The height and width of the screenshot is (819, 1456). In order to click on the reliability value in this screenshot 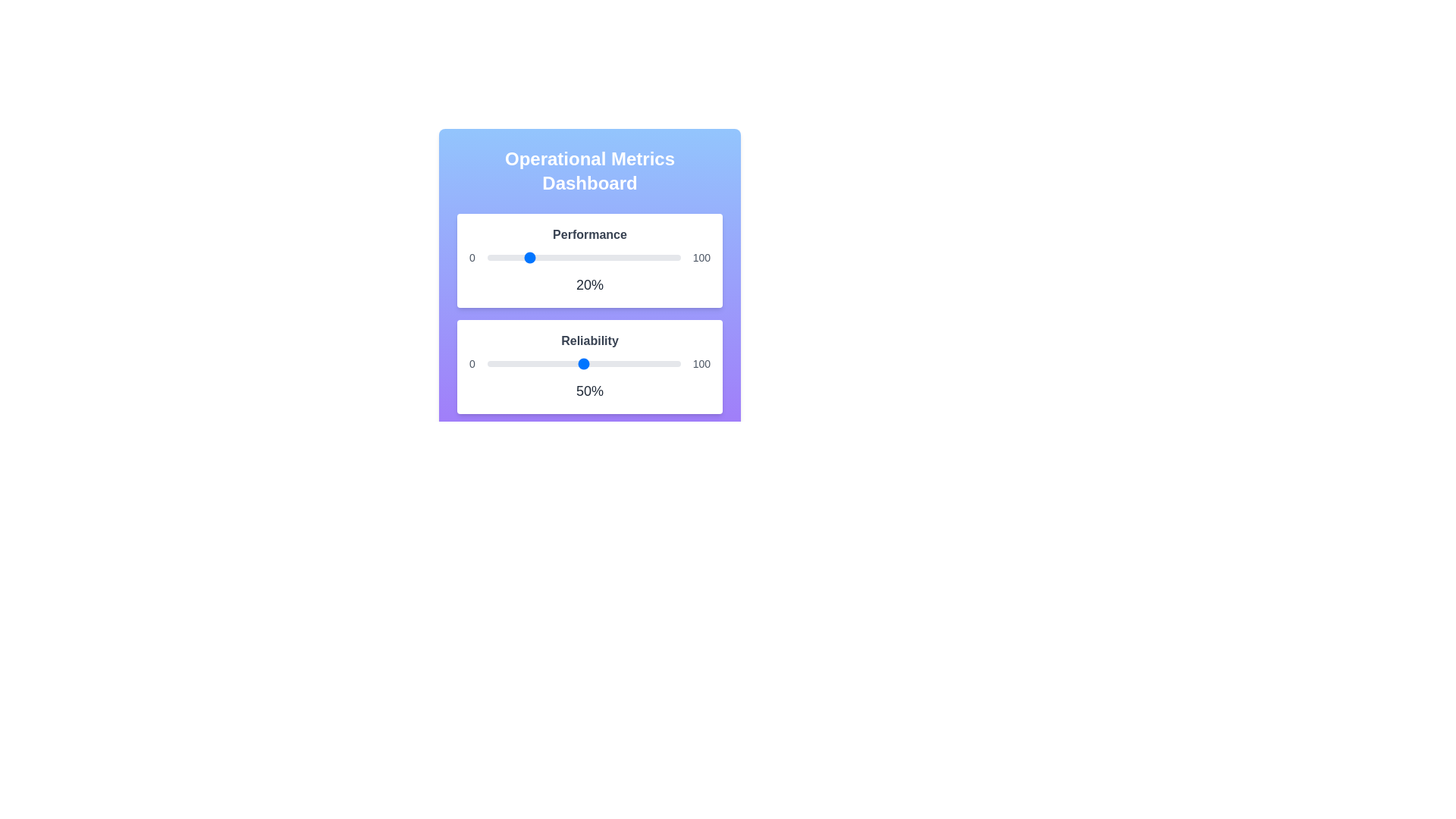, I will do `click(529, 363)`.